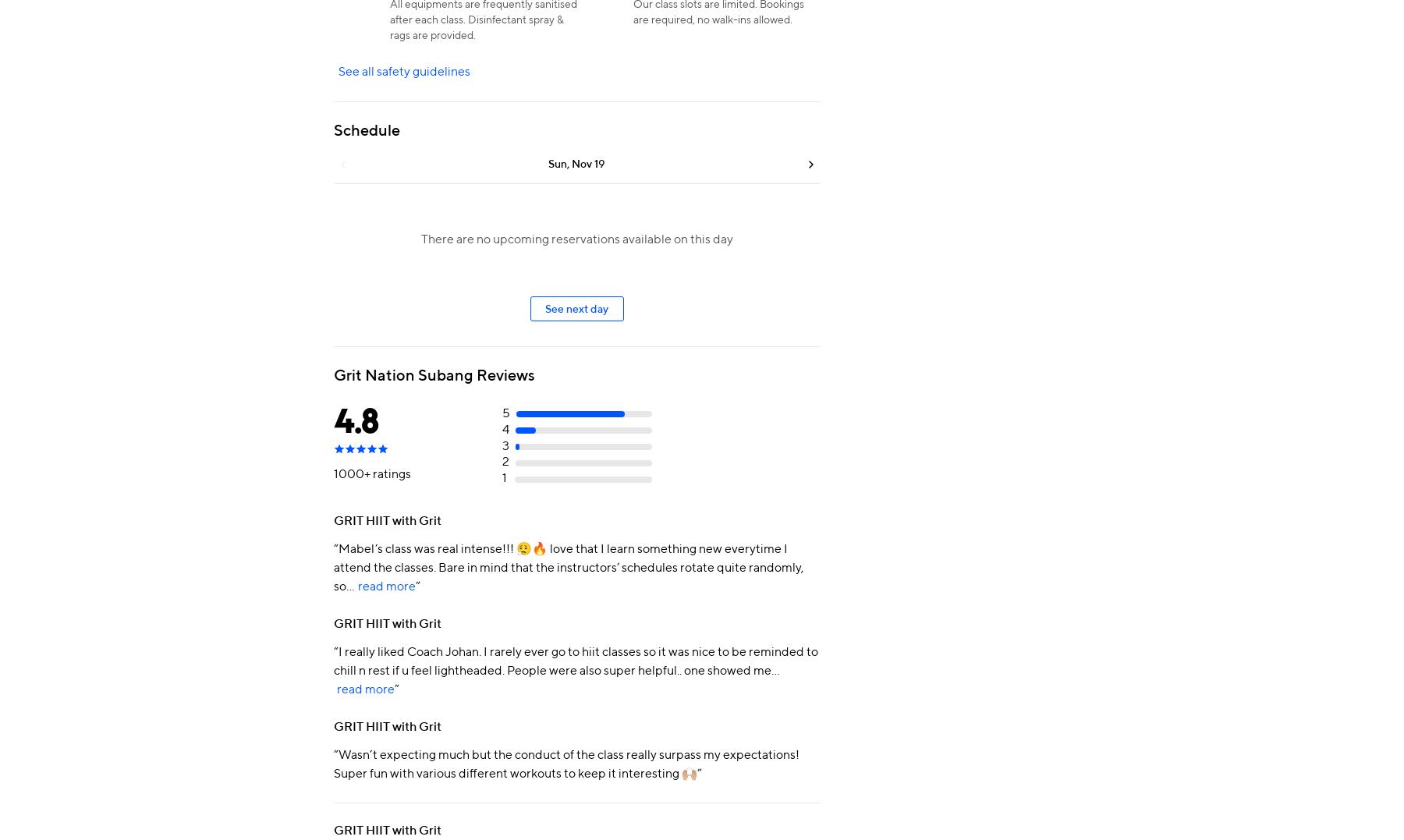 The width and height of the screenshot is (1404, 840). What do you see at coordinates (576, 661) in the screenshot?
I see `'I really liked Coach Johan. I rarely ever go to hiit classes so it was nice to be reminded to chill n rest if u feel lightheaded. People were also super helpful.. one showed me…'` at bounding box center [576, 661].